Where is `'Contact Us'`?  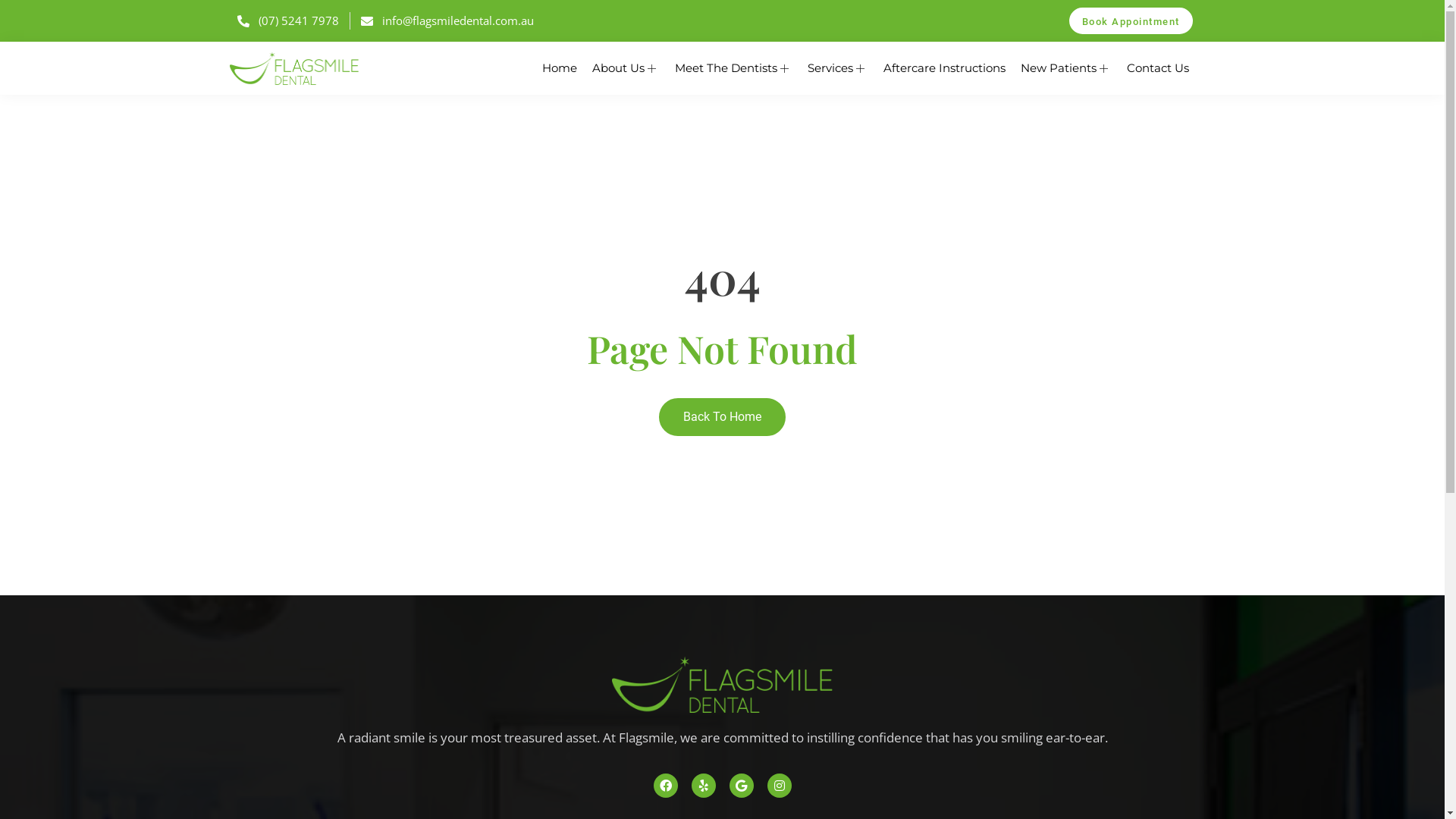
'Contact Us' is located at coordinates (1119, 67).